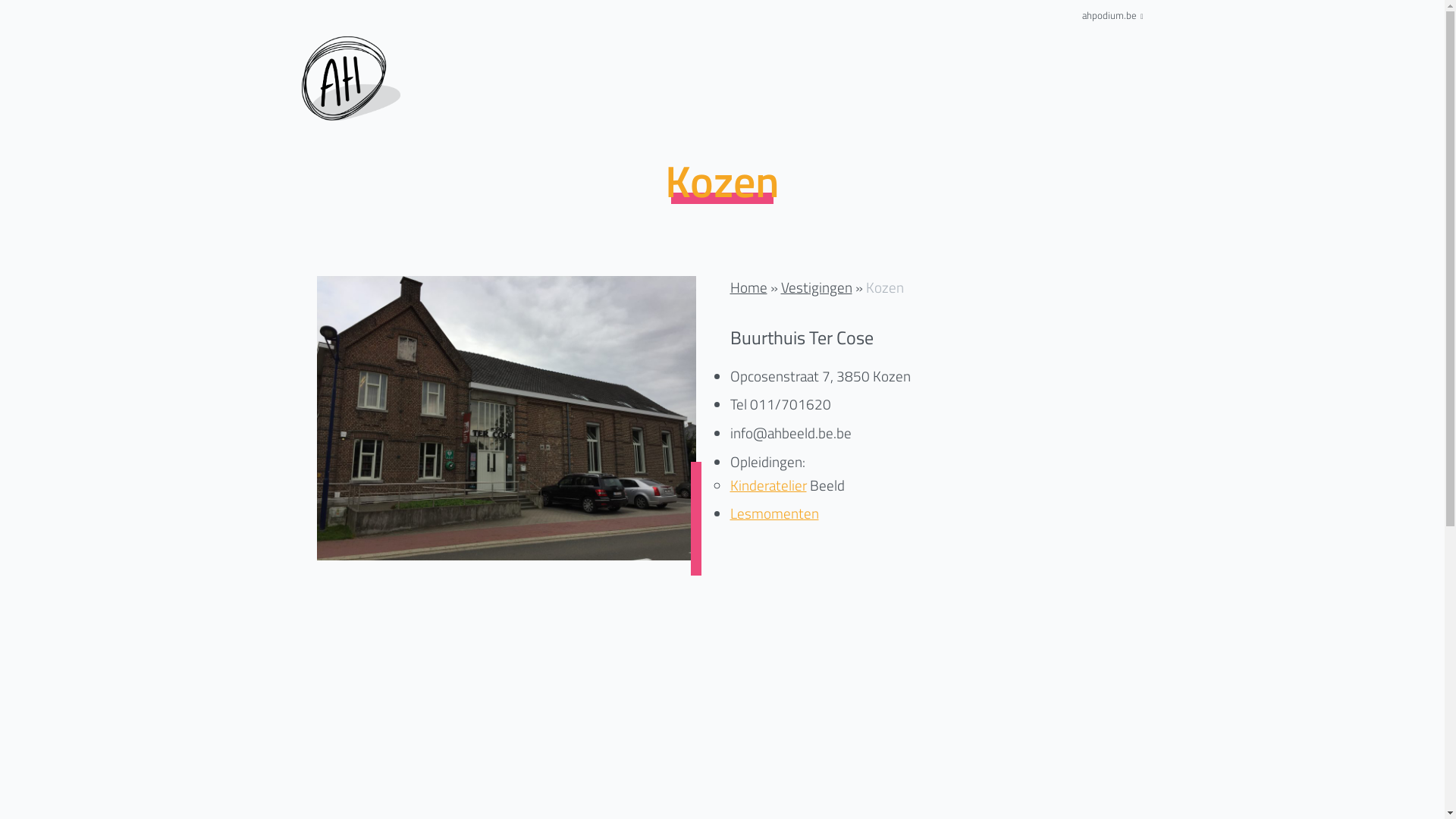 The height and width of the screenshot is (819, 1456). I want to click on 'Lesmomenten', so click(773, 512).